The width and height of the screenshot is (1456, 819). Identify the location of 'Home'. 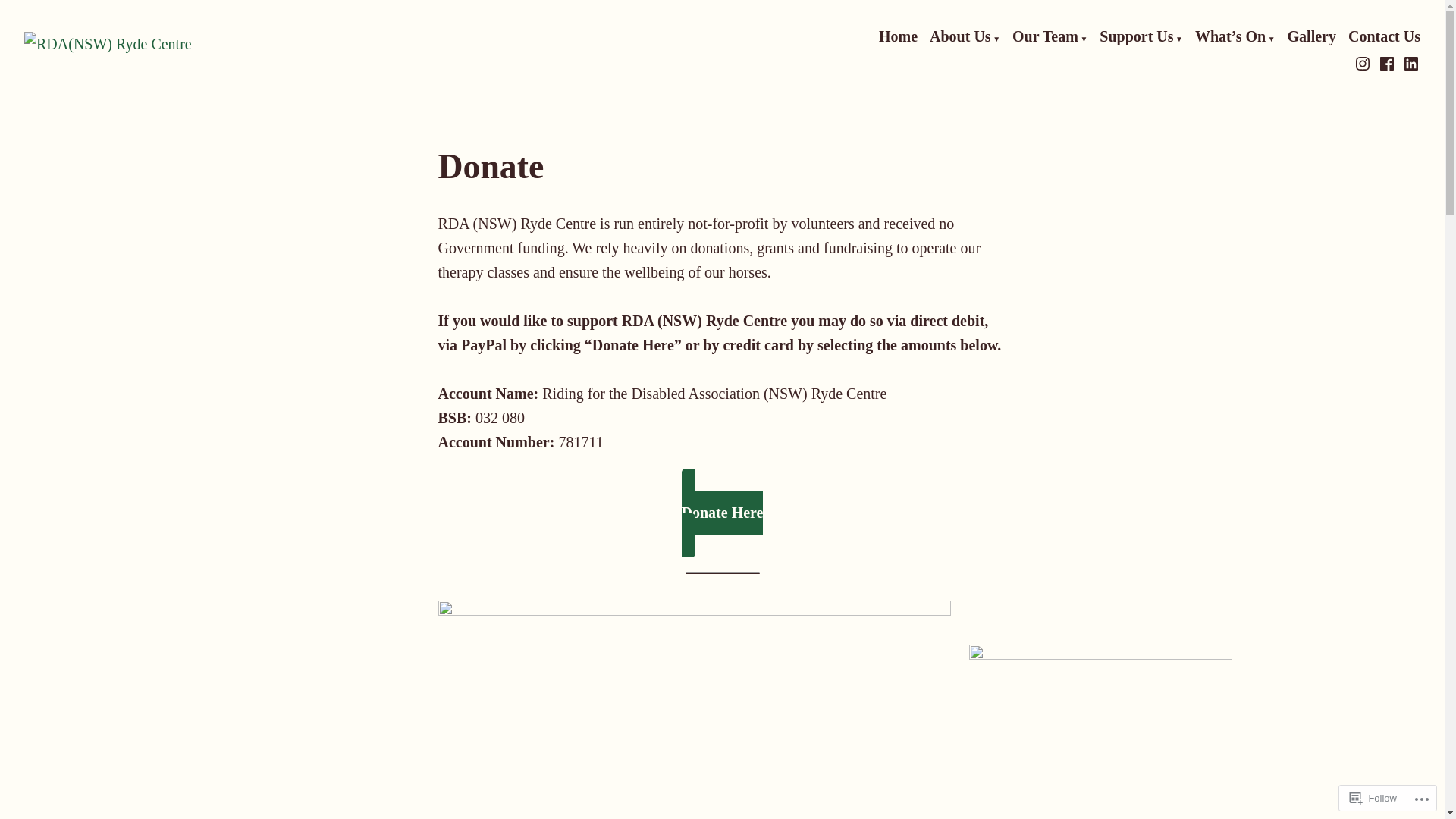
(898, 36).